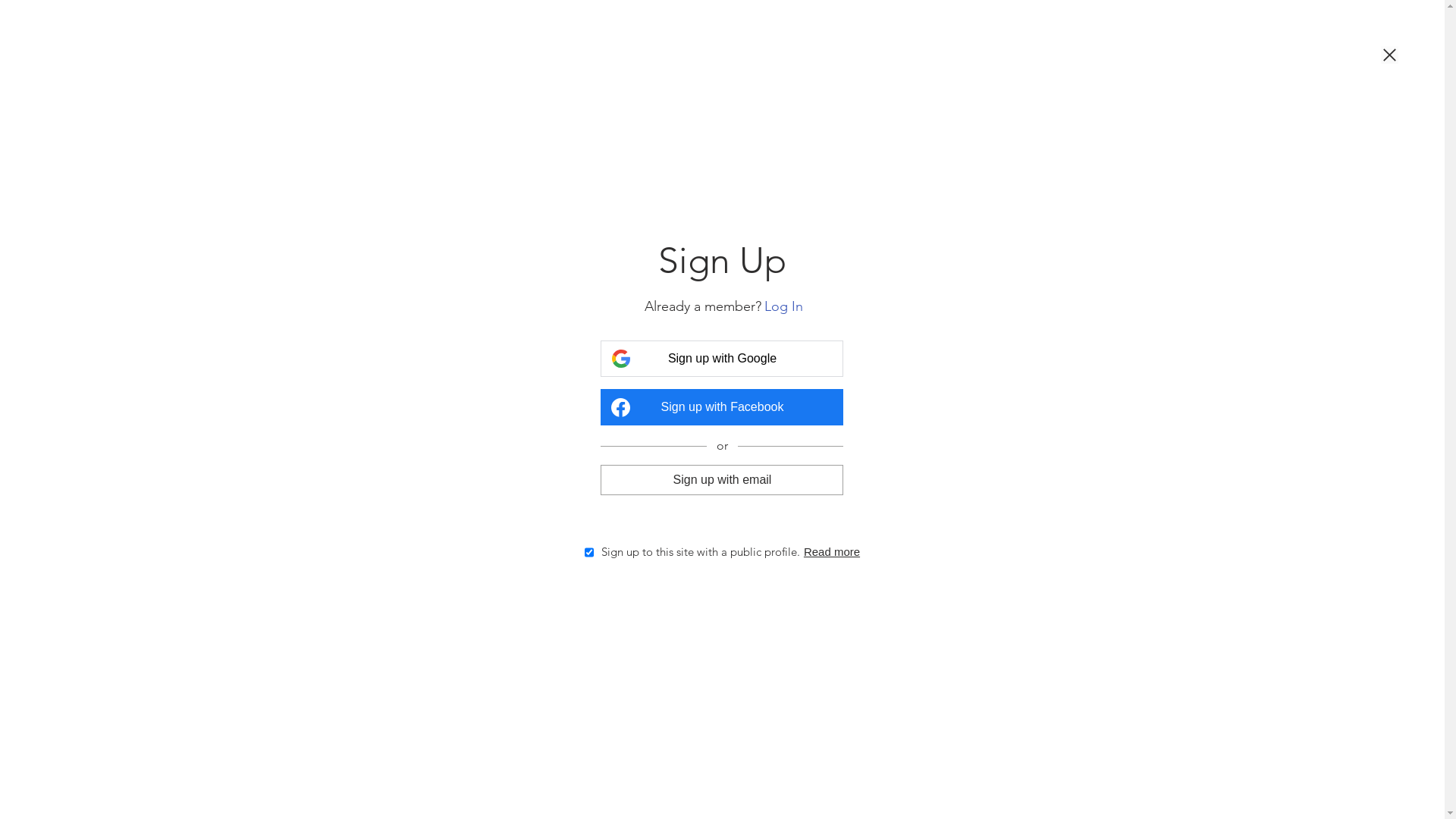  I want to click on 'Sign up with Facebook', so click(720, 406).